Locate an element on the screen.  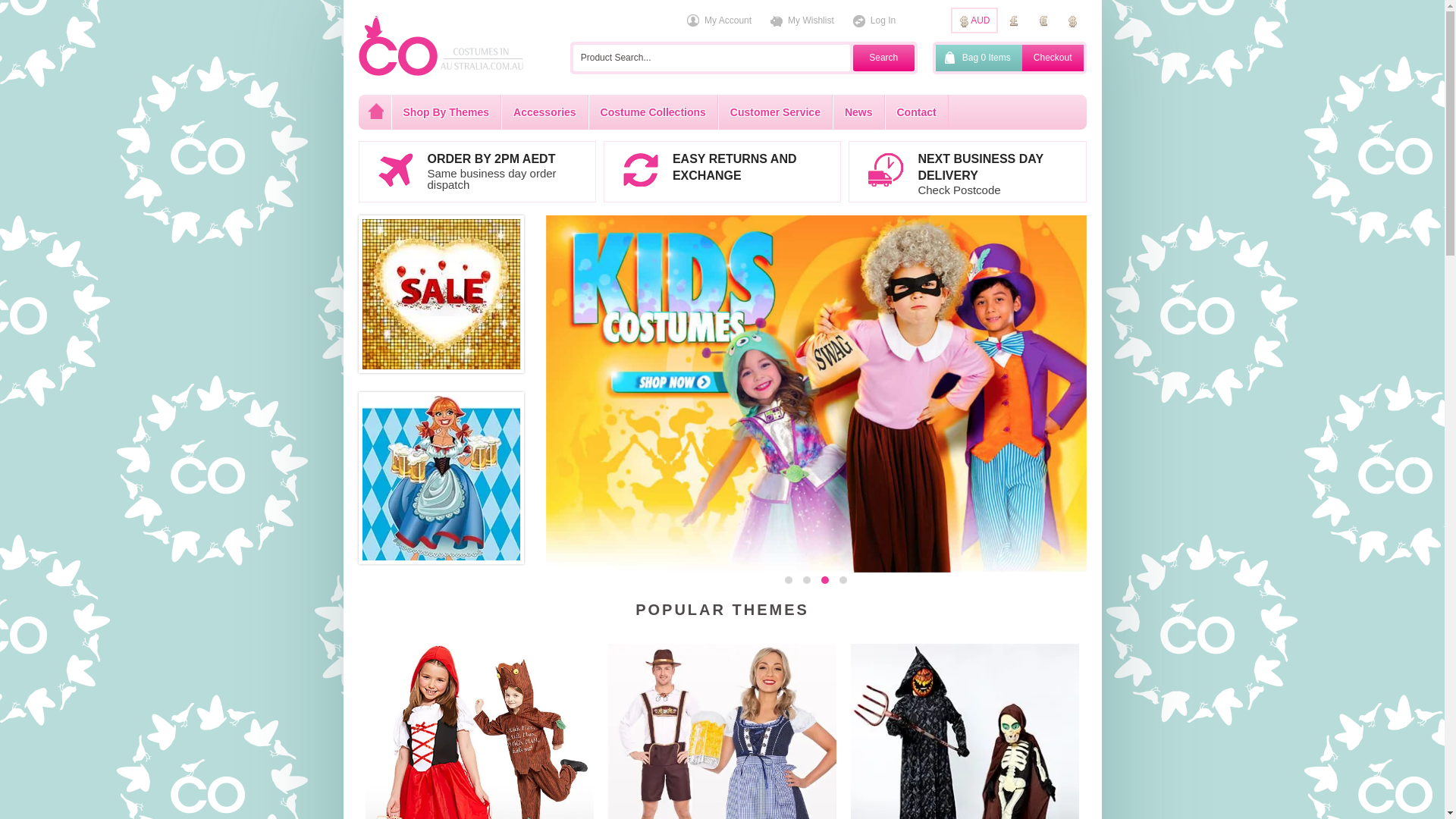
'Contact' is located at coordinates (884, 111).